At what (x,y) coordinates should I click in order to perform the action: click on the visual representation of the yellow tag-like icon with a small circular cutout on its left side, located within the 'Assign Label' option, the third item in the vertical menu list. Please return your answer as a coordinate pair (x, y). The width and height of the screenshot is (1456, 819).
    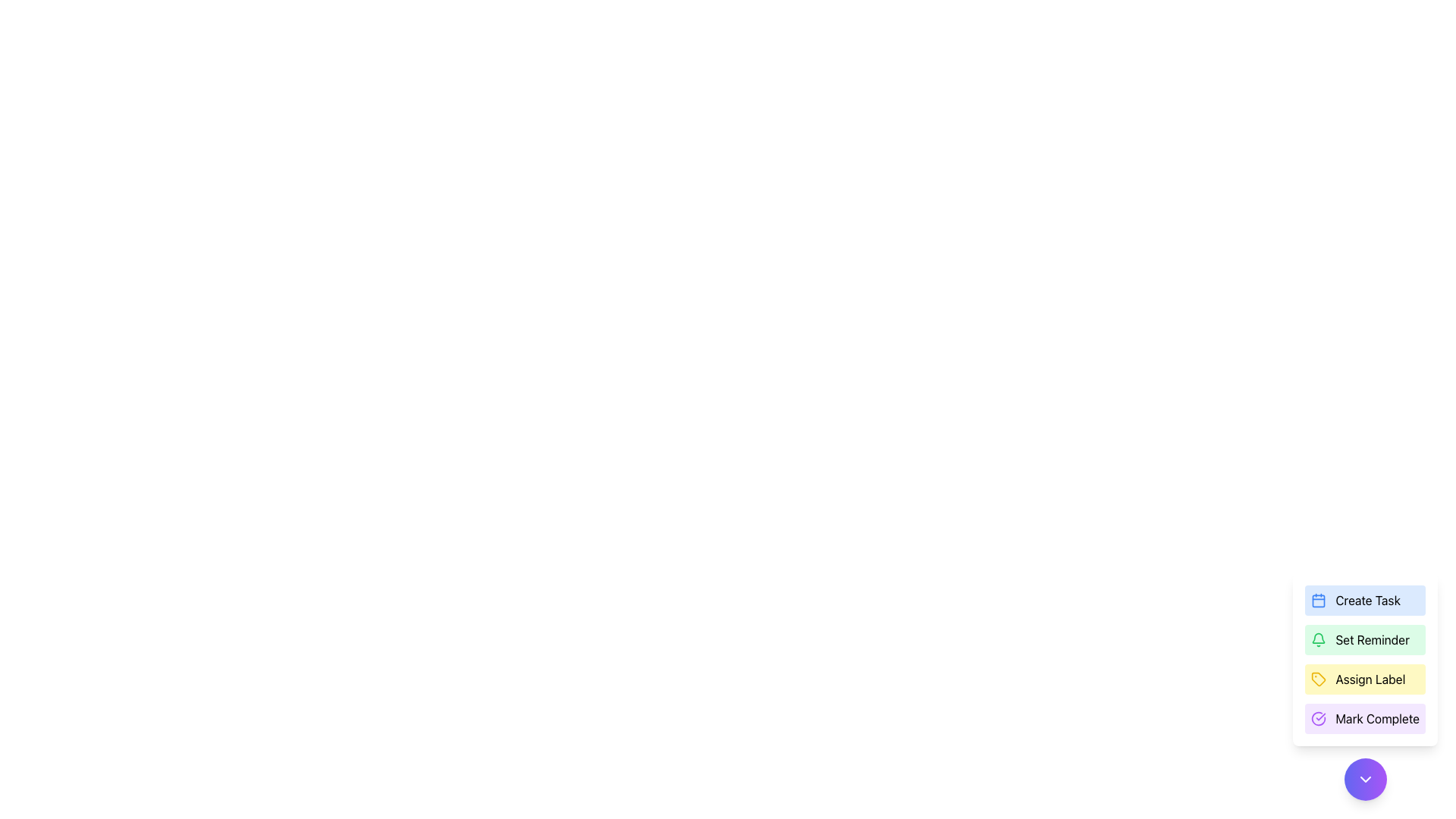
    Looking at the image, I should click on (1318, 678).